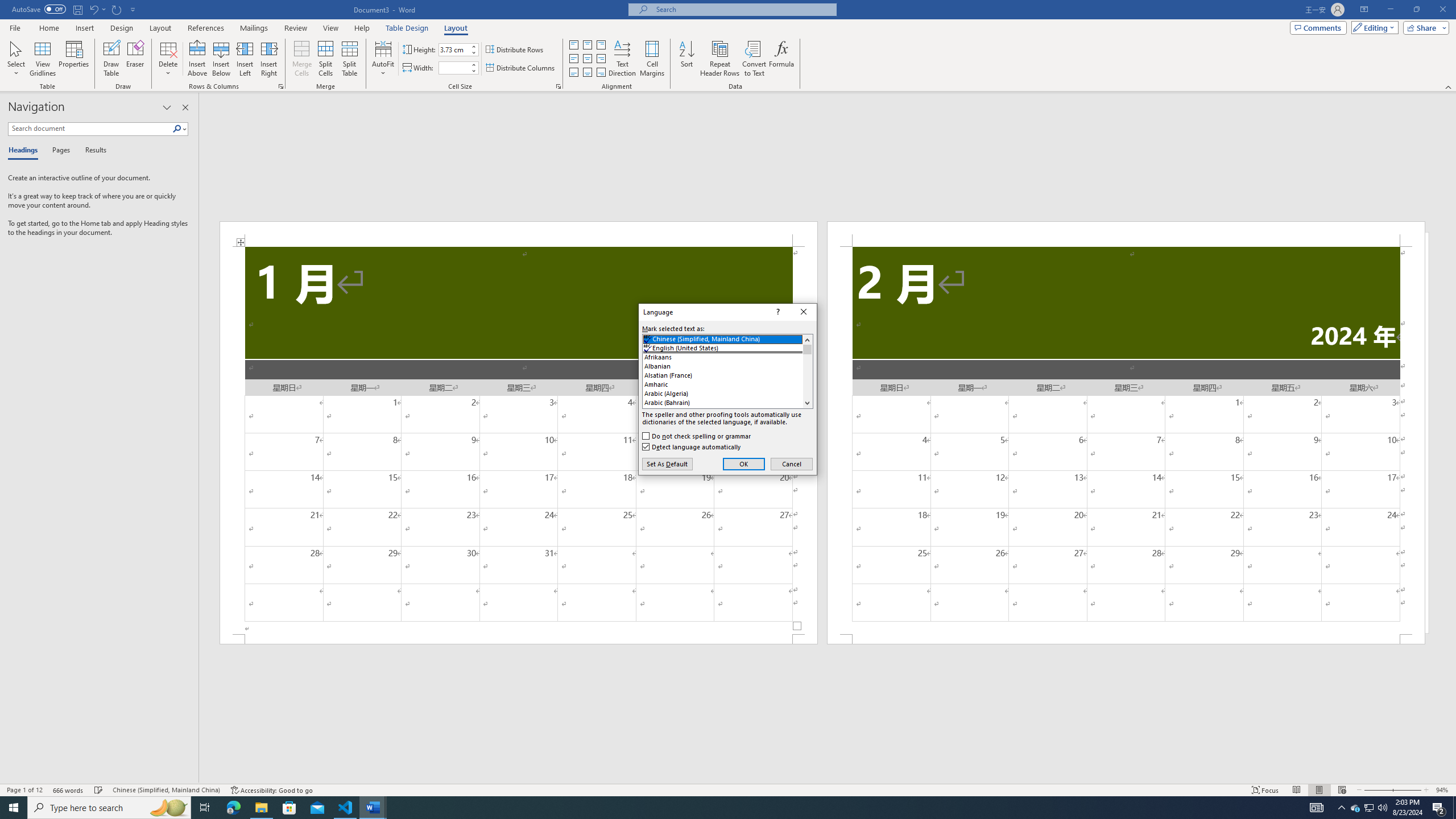  Describe the element at coordinates (1439, 806) in the screenshot. I see `'Action Center, 2 new notifications'` at that location.